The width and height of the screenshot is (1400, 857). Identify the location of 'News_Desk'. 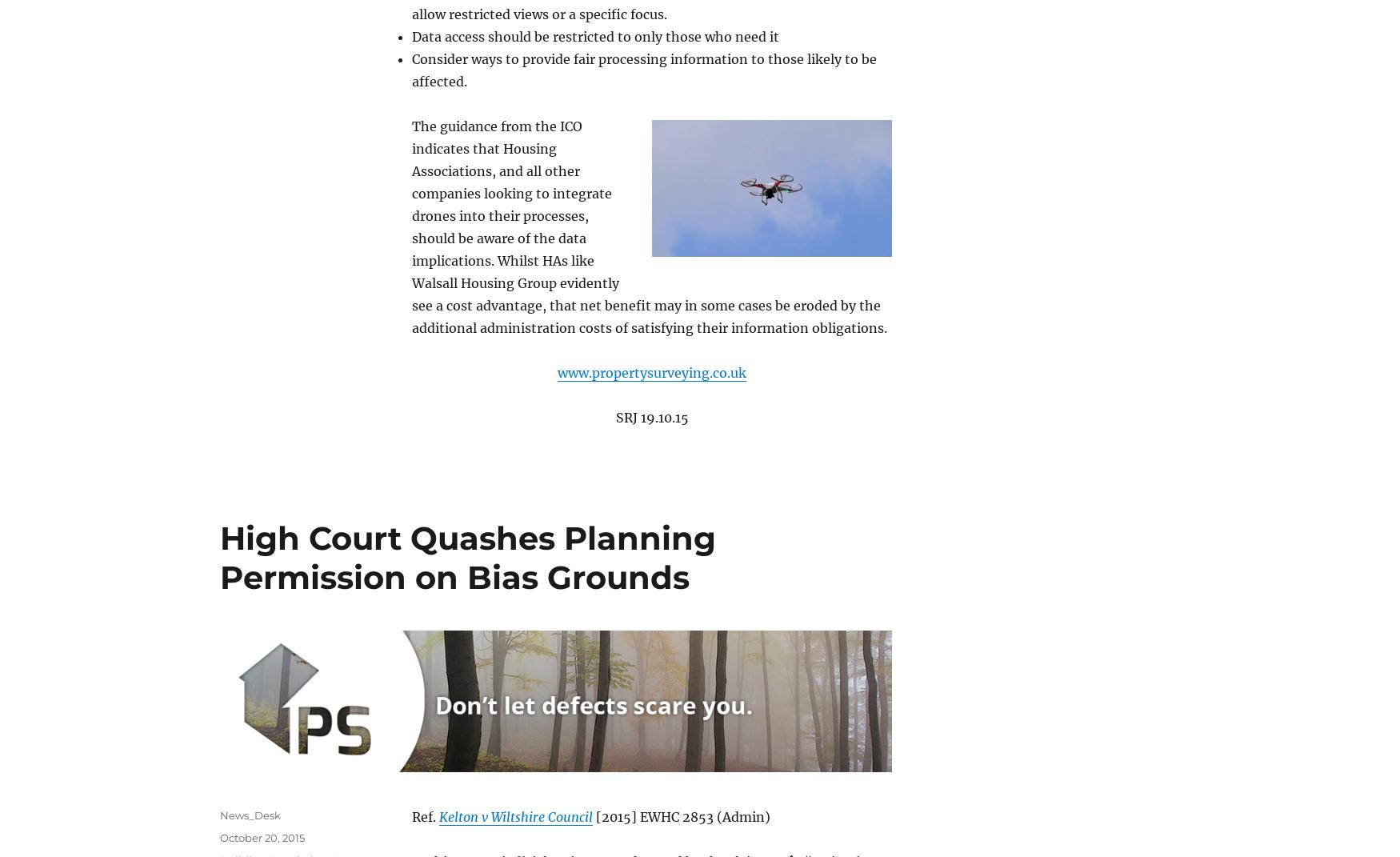
(250, 814).